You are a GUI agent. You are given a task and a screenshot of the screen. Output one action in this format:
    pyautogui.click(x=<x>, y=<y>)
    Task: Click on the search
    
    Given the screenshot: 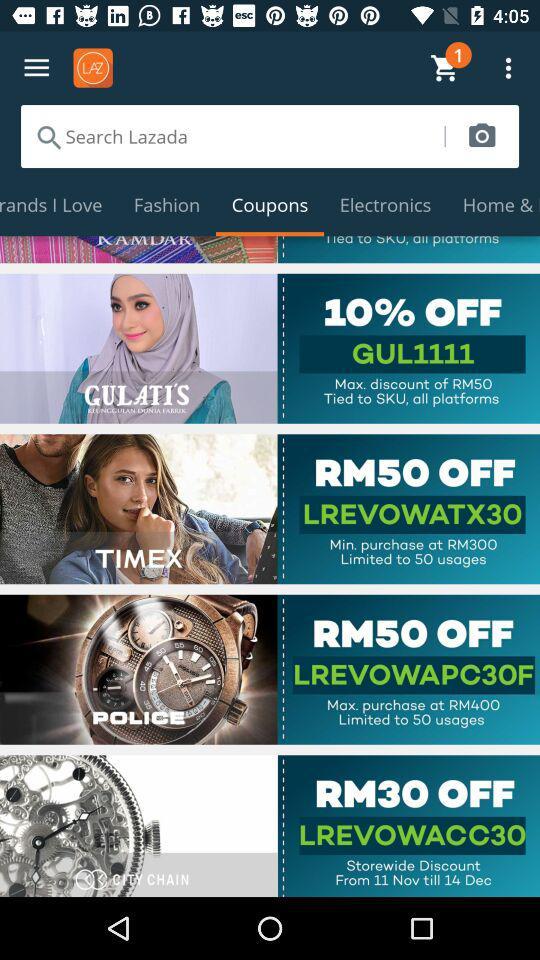 What is the action you would take?
    pyautogui.click(x=231, y=135)
    